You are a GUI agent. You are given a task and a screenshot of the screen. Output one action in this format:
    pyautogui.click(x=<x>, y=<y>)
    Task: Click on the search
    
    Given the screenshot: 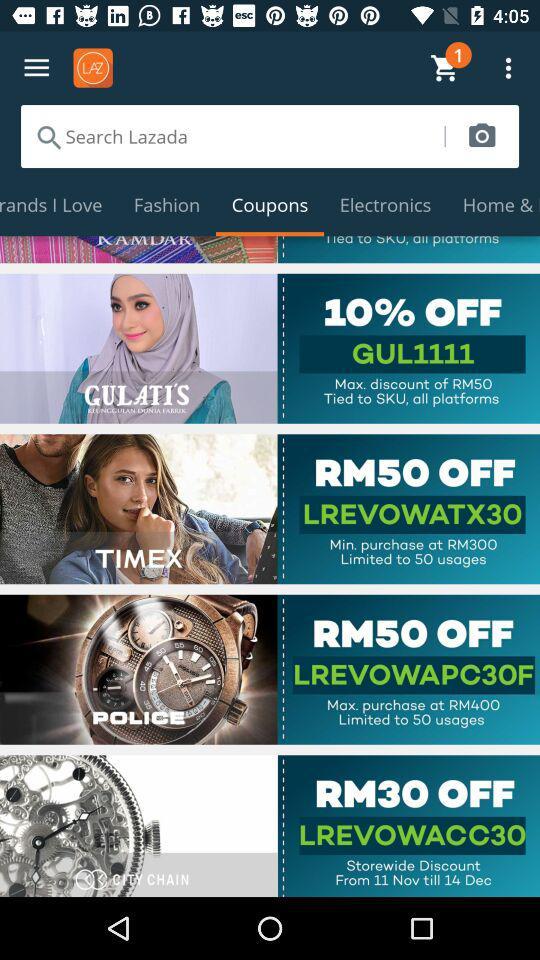 What is the action you would take?
    pyautogui.click(x=231, y=135)
    